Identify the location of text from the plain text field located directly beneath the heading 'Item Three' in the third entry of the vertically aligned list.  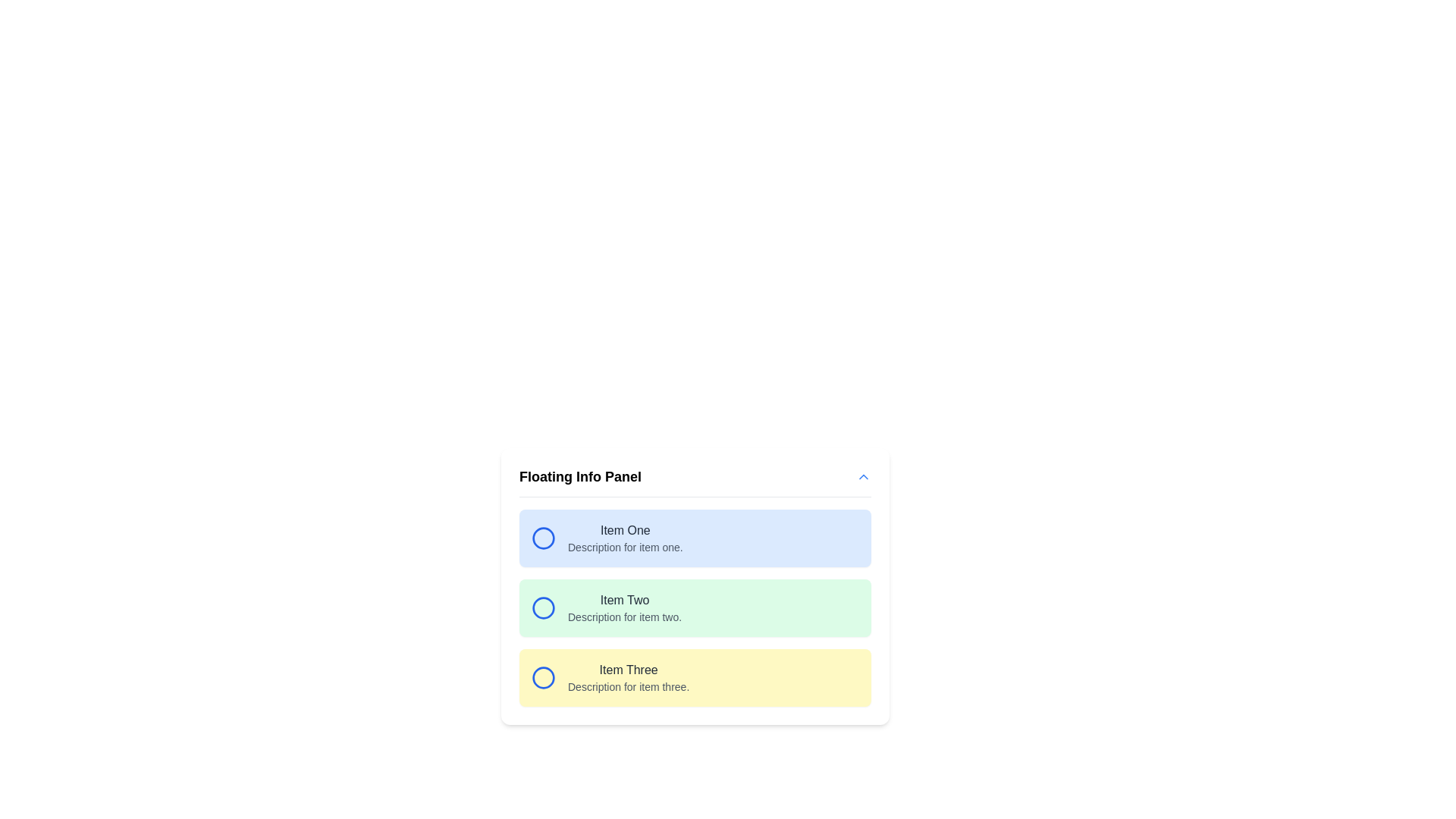
(629, 687).